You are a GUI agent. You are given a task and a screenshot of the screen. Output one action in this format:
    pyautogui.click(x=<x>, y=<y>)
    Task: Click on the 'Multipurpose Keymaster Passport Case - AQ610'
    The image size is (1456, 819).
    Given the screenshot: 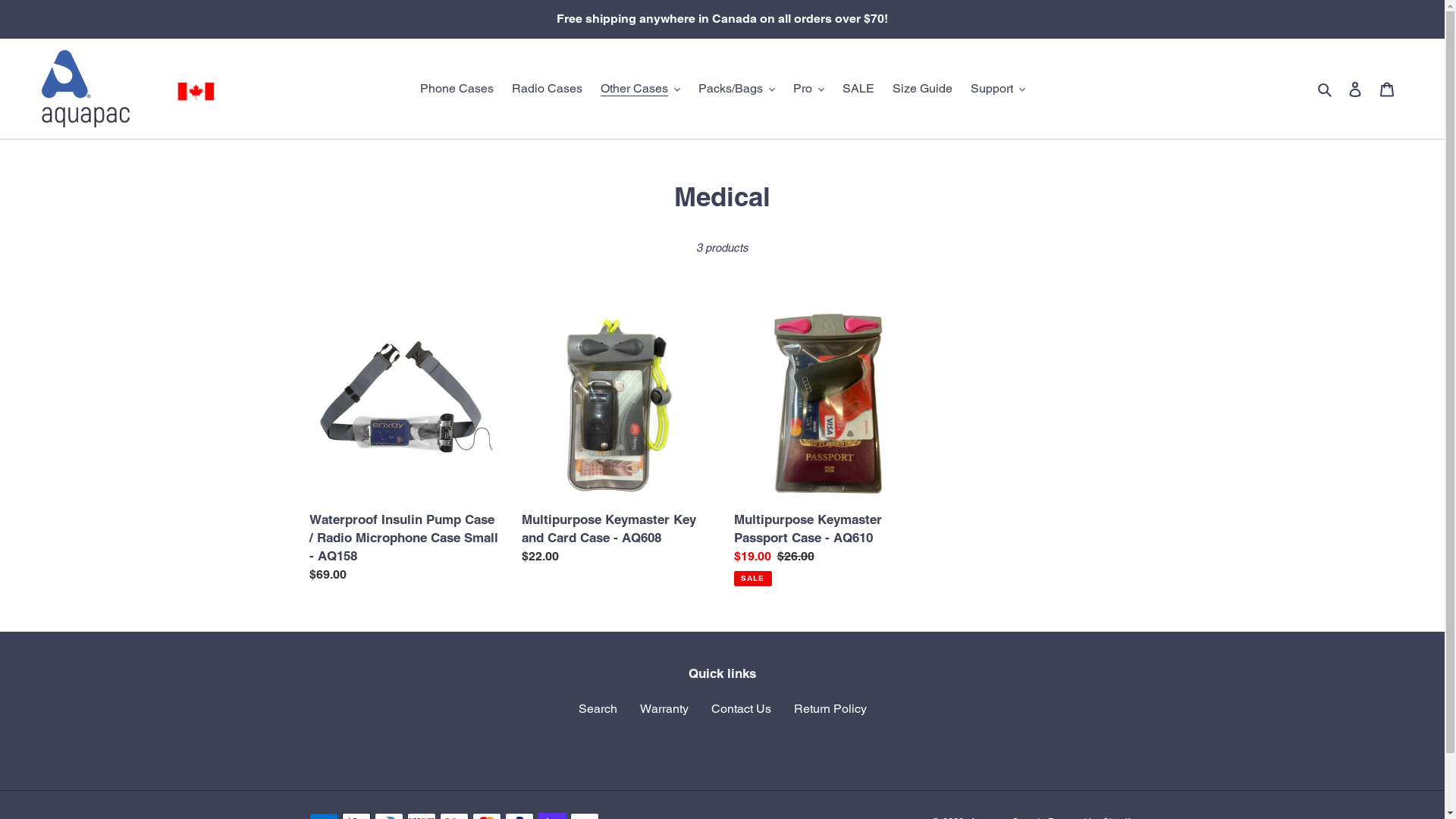 What is the action you would take?
    pyautogui.click(x=828, y=447)
    